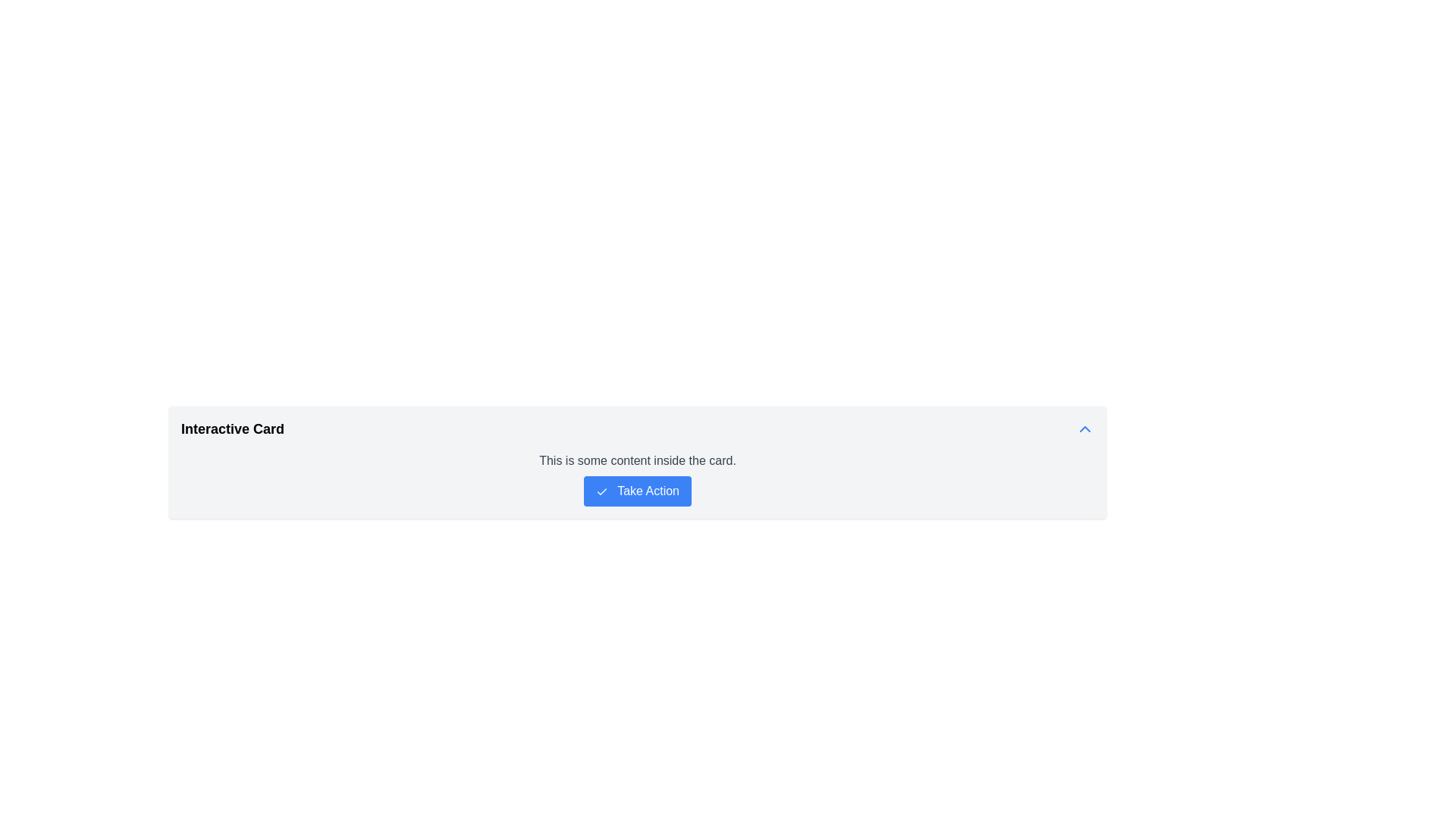 The image size is (1456, 819). What do you see at coordinates (232, 429) in the screenshot?
I see `the Text Label (Heading Style) located at the left side of the card component's top horizontal bar` at bounding box center [232, 429].